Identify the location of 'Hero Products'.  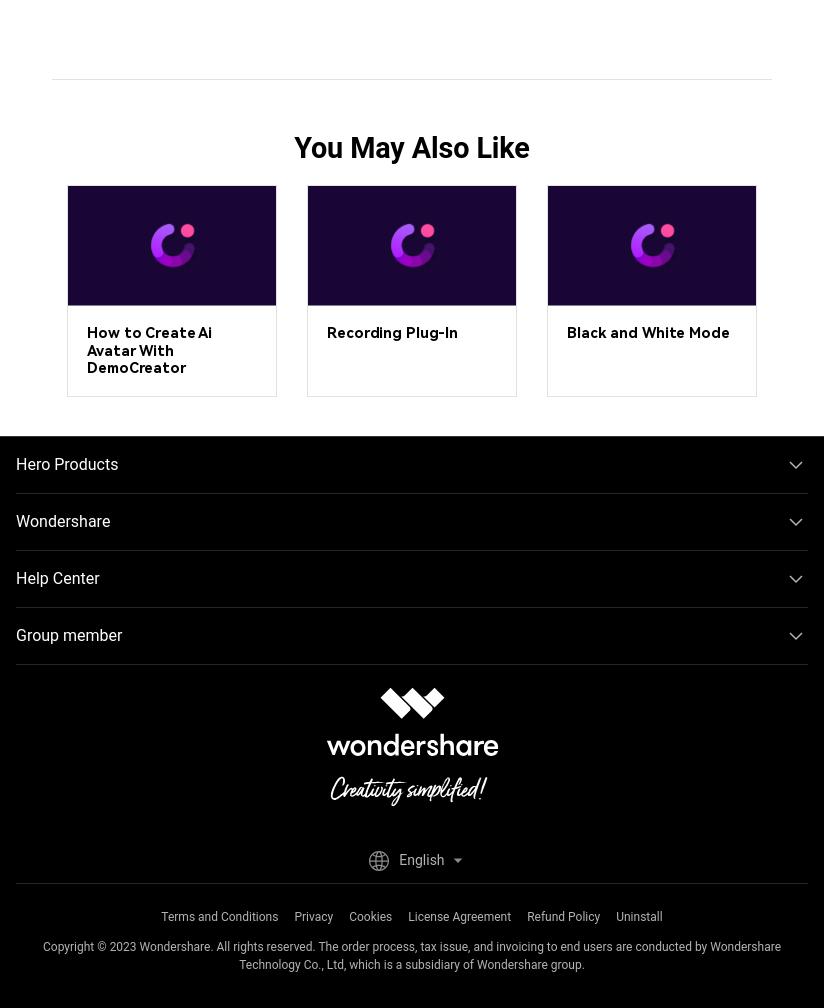
(14, 463).